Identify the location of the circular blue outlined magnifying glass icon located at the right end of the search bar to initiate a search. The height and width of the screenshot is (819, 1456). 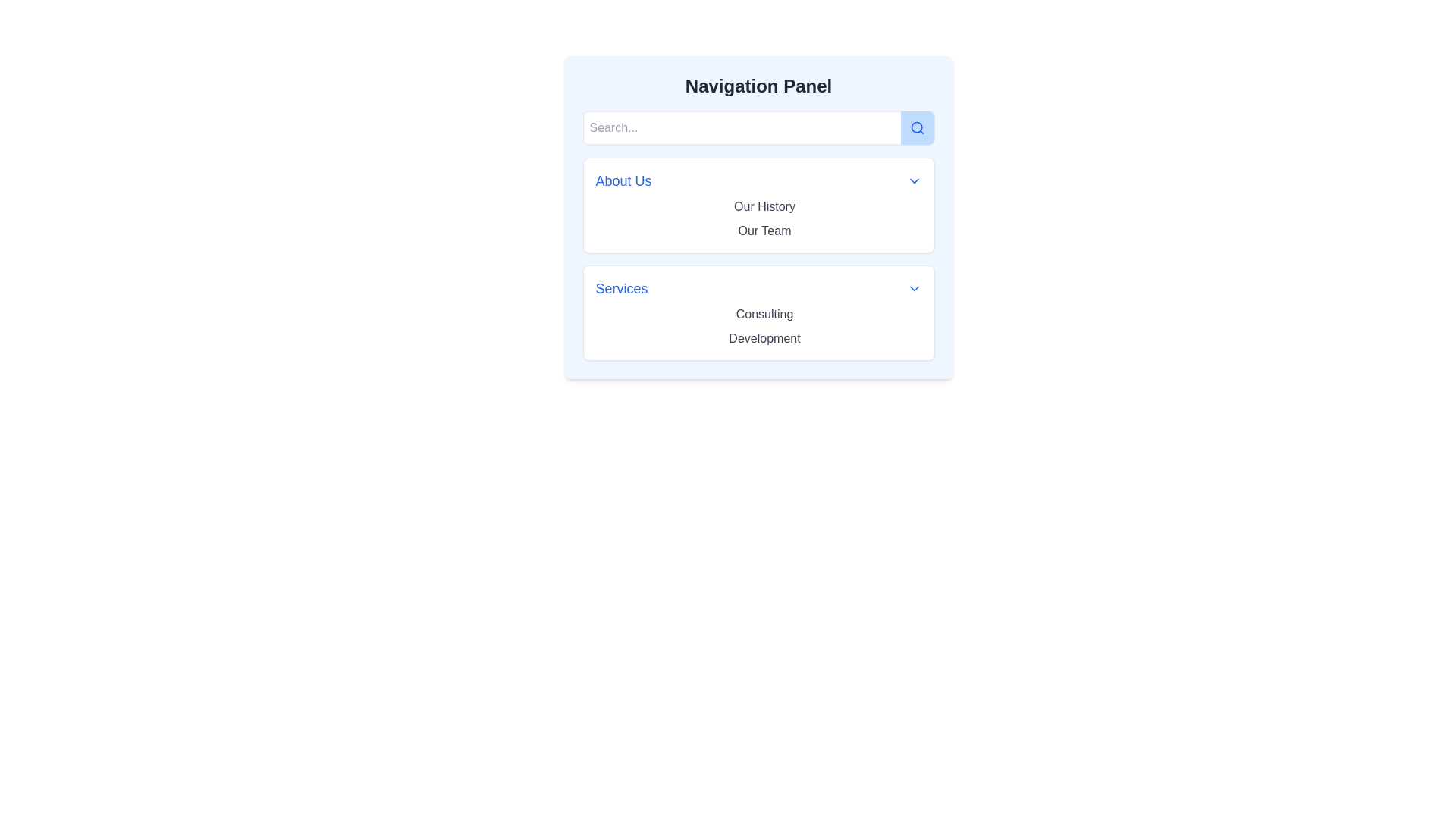
(916, 127).